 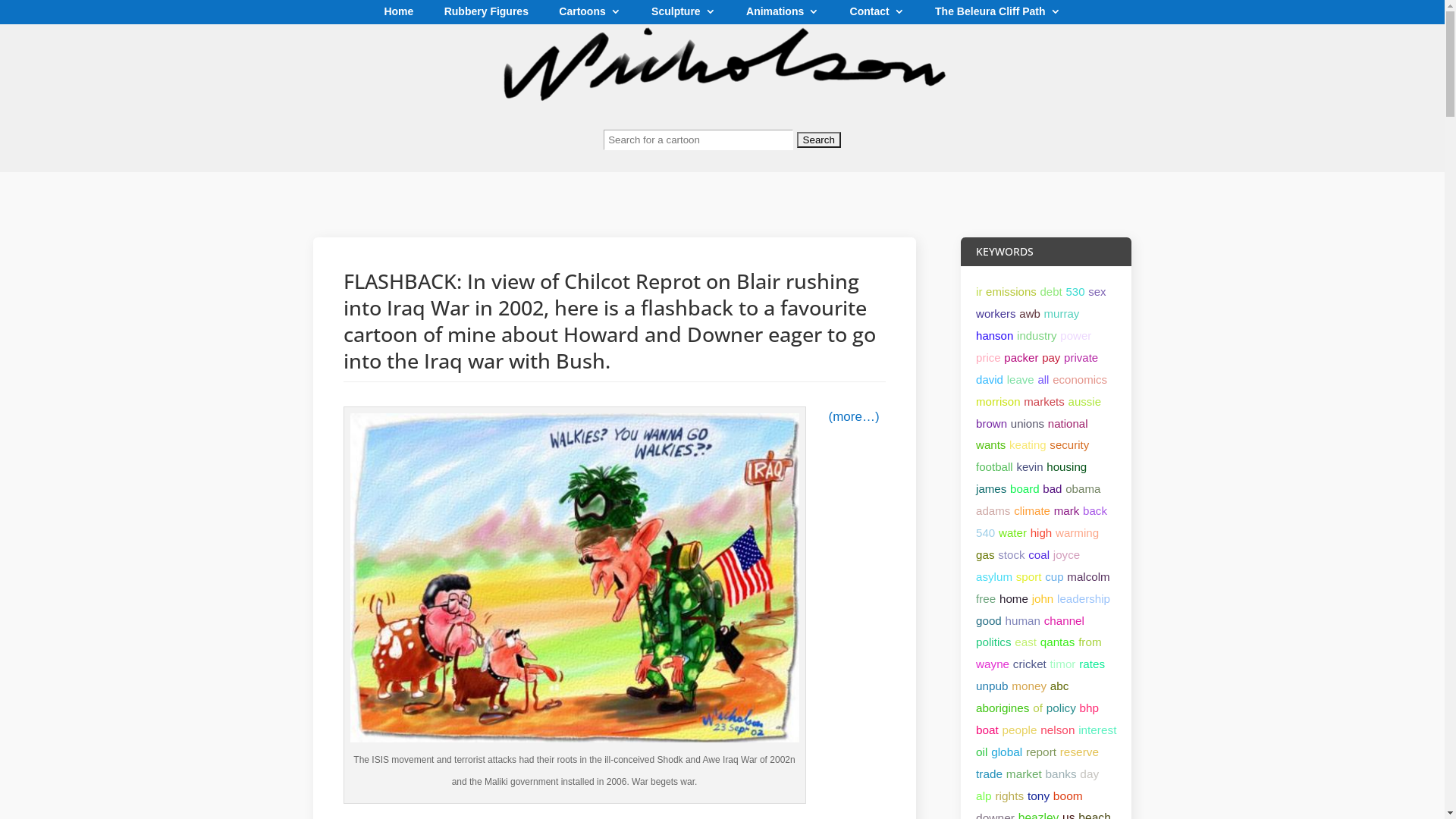 What do you see at coordinates (986, 598) in the screenshot?
I see `'free'` at bounding box center [986, 598].